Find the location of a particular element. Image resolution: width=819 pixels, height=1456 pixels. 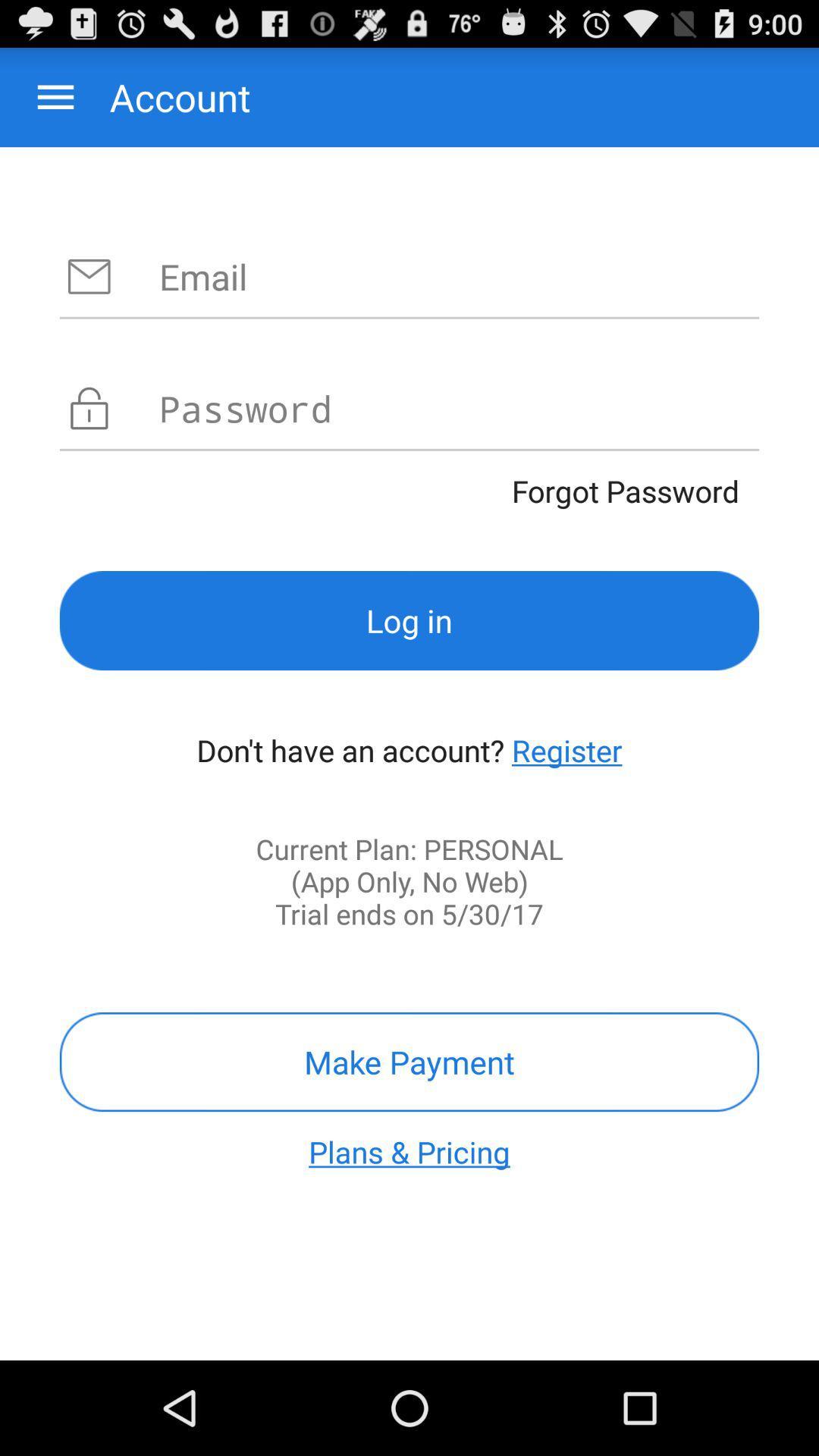

the item above the log in item is located at coordinates (409, 491).